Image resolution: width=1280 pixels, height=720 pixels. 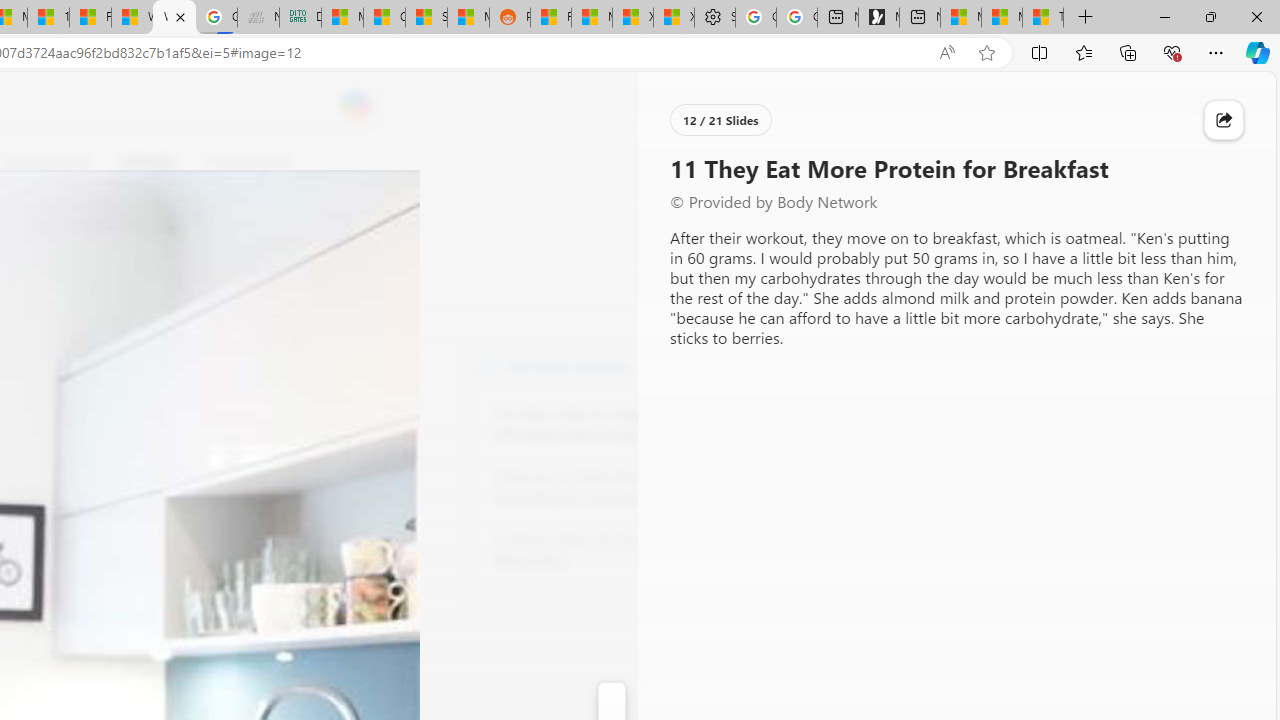 What do you see at coordinates (181, 257) in the screenshot?
I see `'Go to publisher'` at bounding box center [181, 257].